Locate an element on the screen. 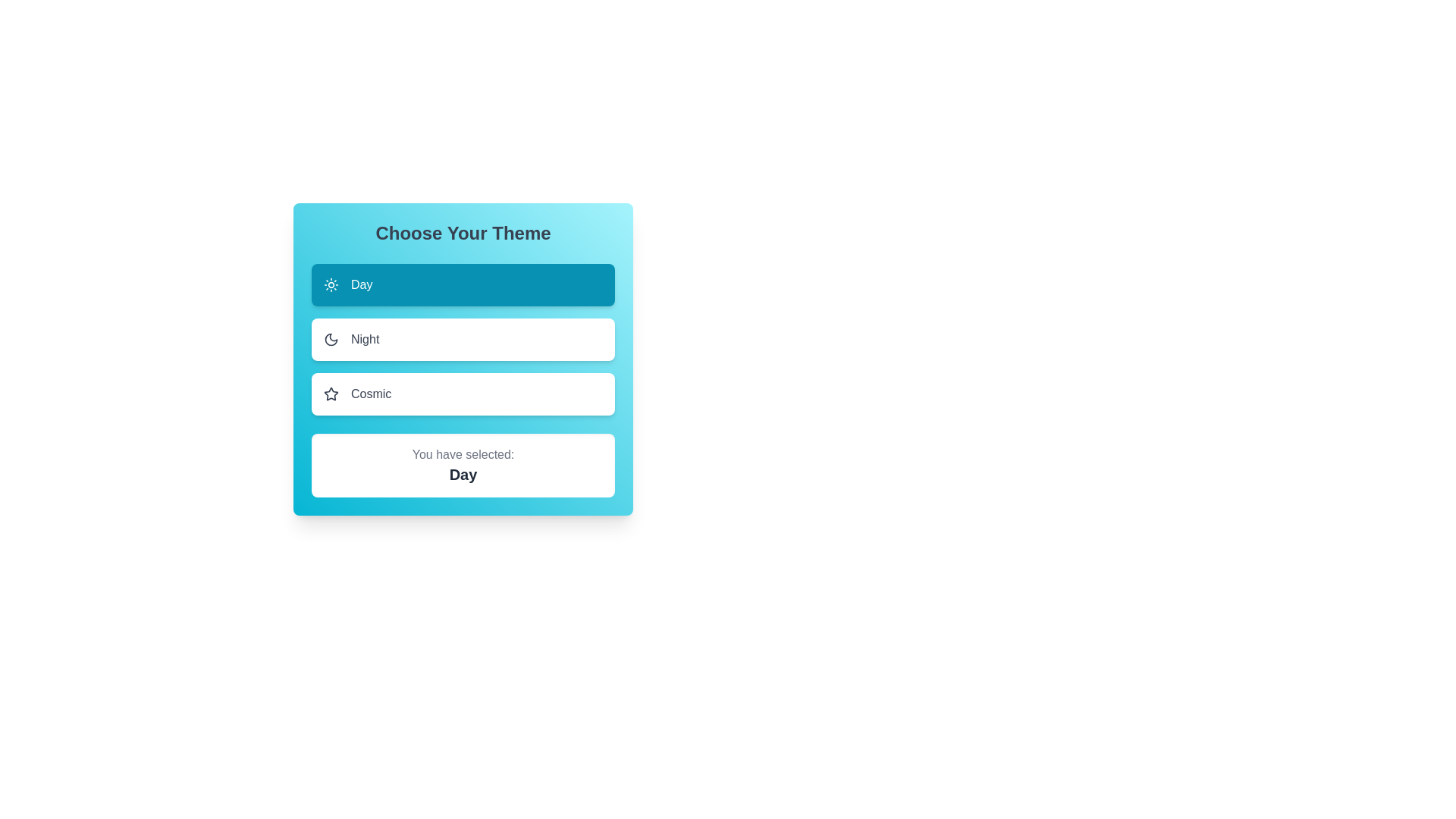  the 'Day' theme text label, which is positioned immediately to the right of the corresponding icon in the theme selection list is located at coordinates (361, 284).